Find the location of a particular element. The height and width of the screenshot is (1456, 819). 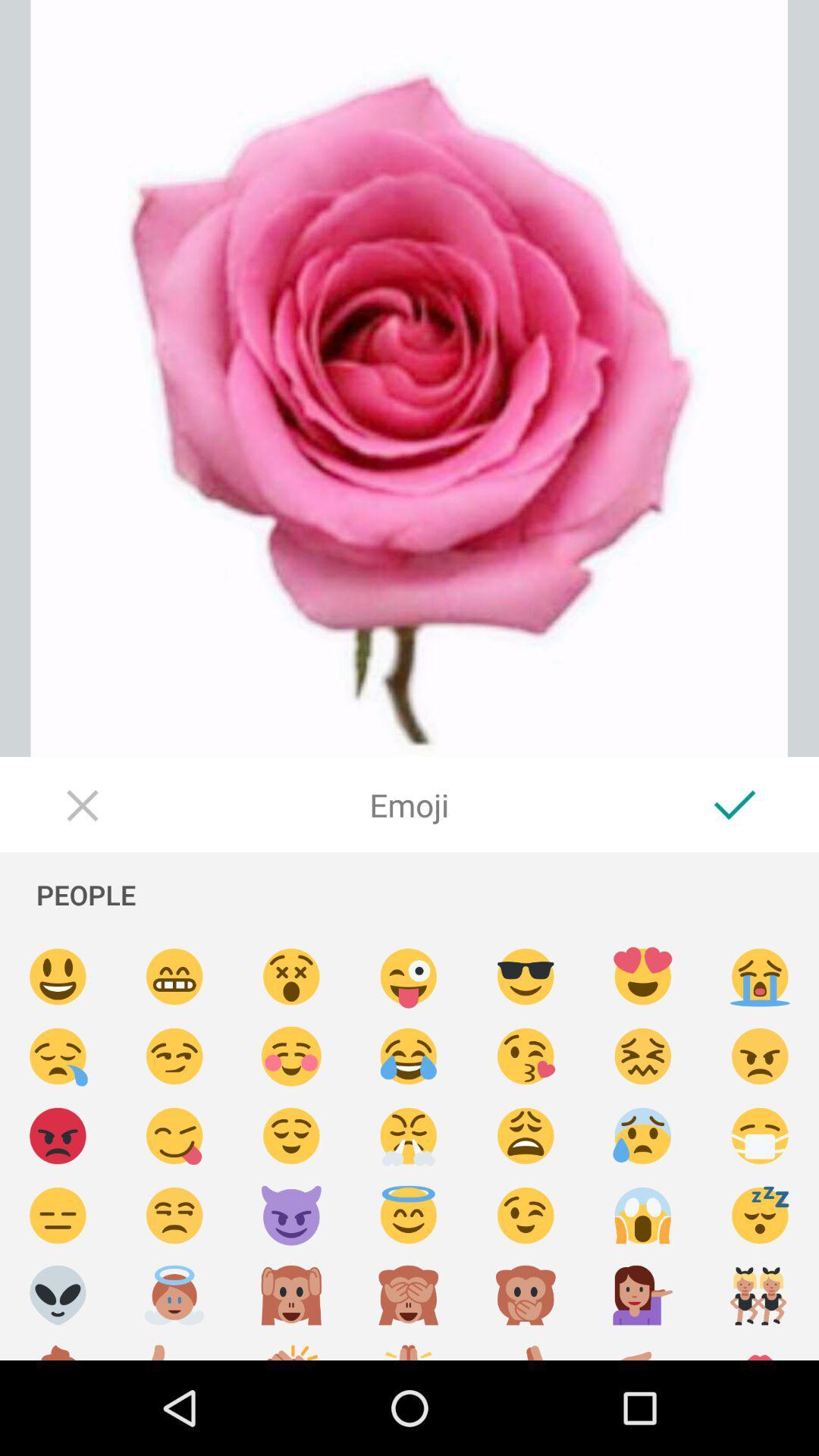

insert emoji is located at coordinates (174, 1216).